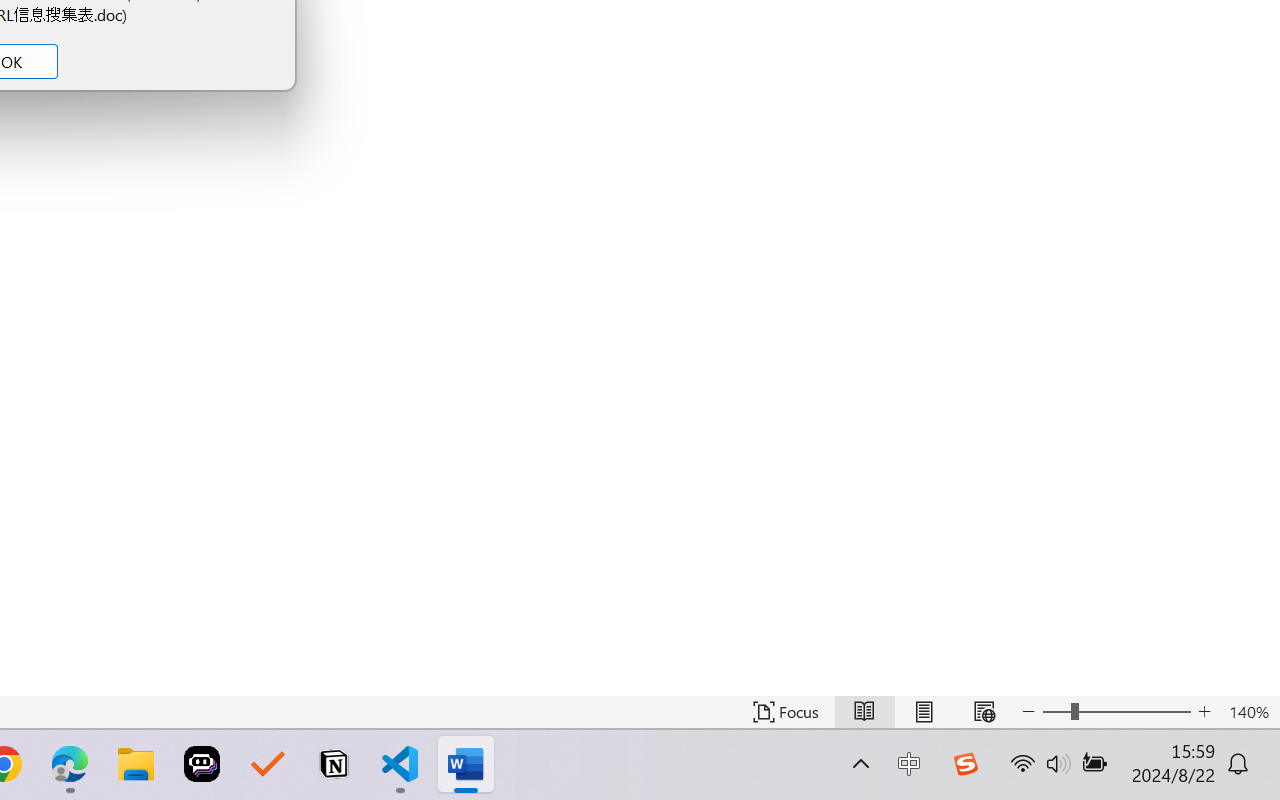 The height and width of the screenshot is (800, 1280). What do you see at coordinates (923, 711) in the screenshot?
I see `'Print Layout'` at bounding box center [923, 711].